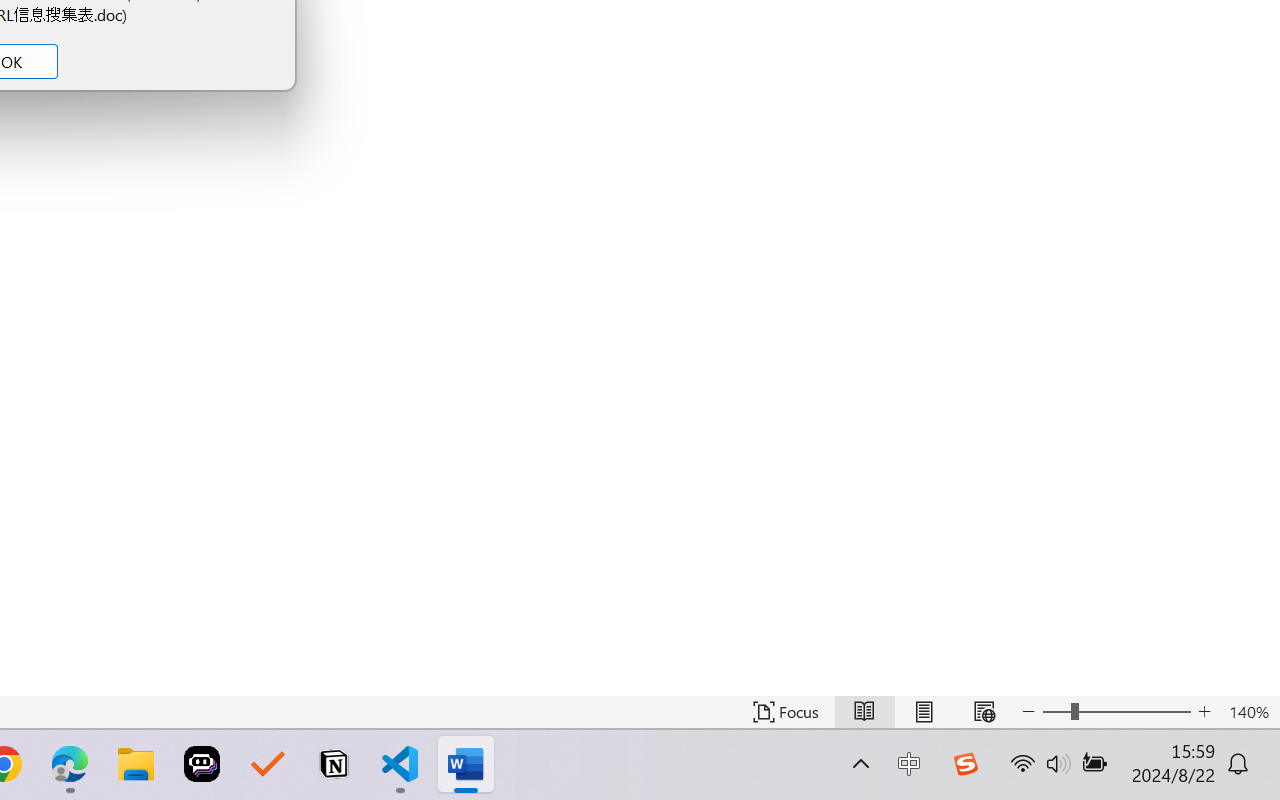 The height and width of the screenshot is (800, 1280). What do you see at coordinates (923, 711) in the screenshot?
I see `'Print Layout'` at bounding box center [923, 711].